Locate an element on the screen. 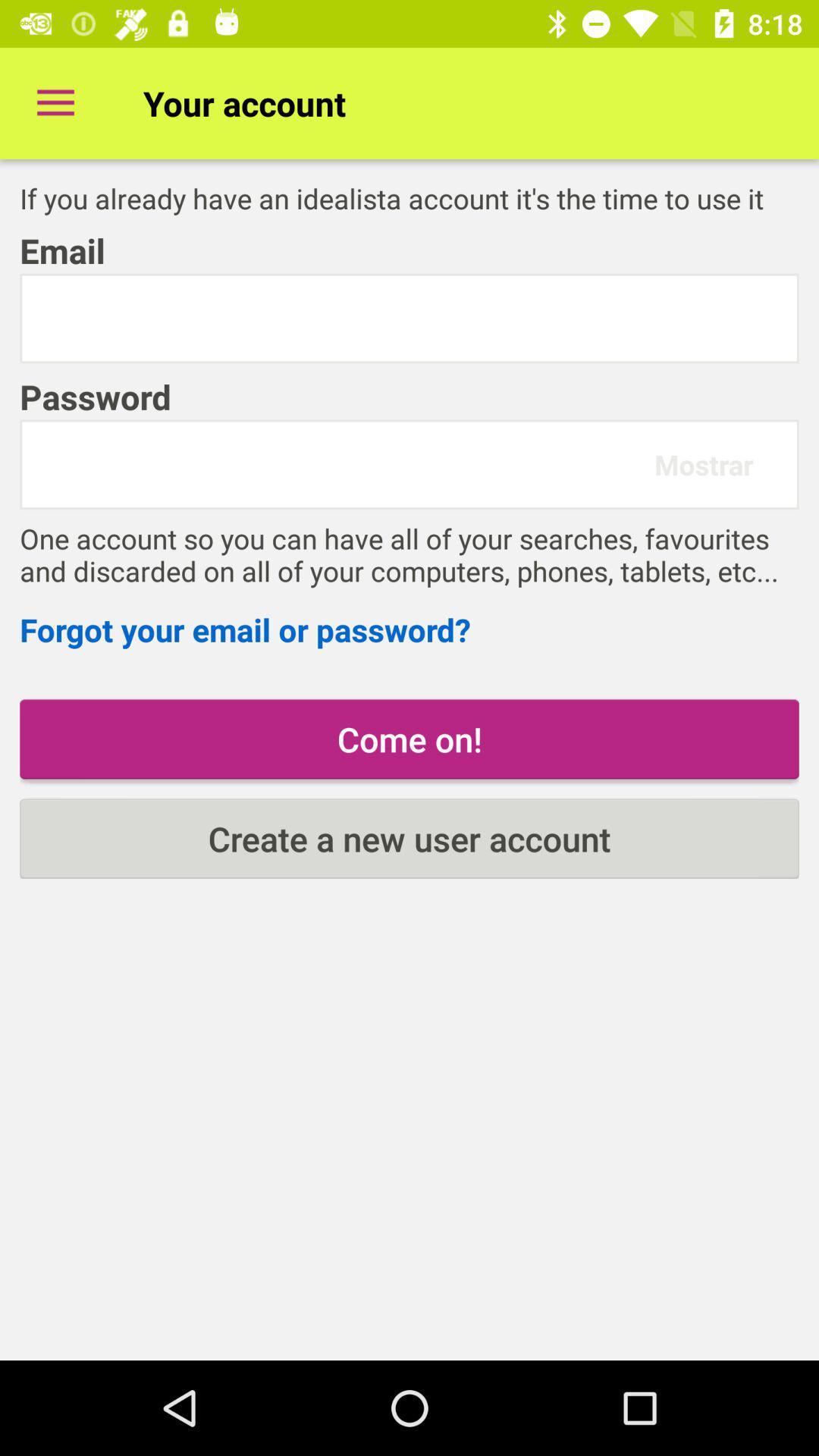 Image resolution: width=819 pixels, height=1456 pixels. the forgot your email item is located at coordinates (409, 629).